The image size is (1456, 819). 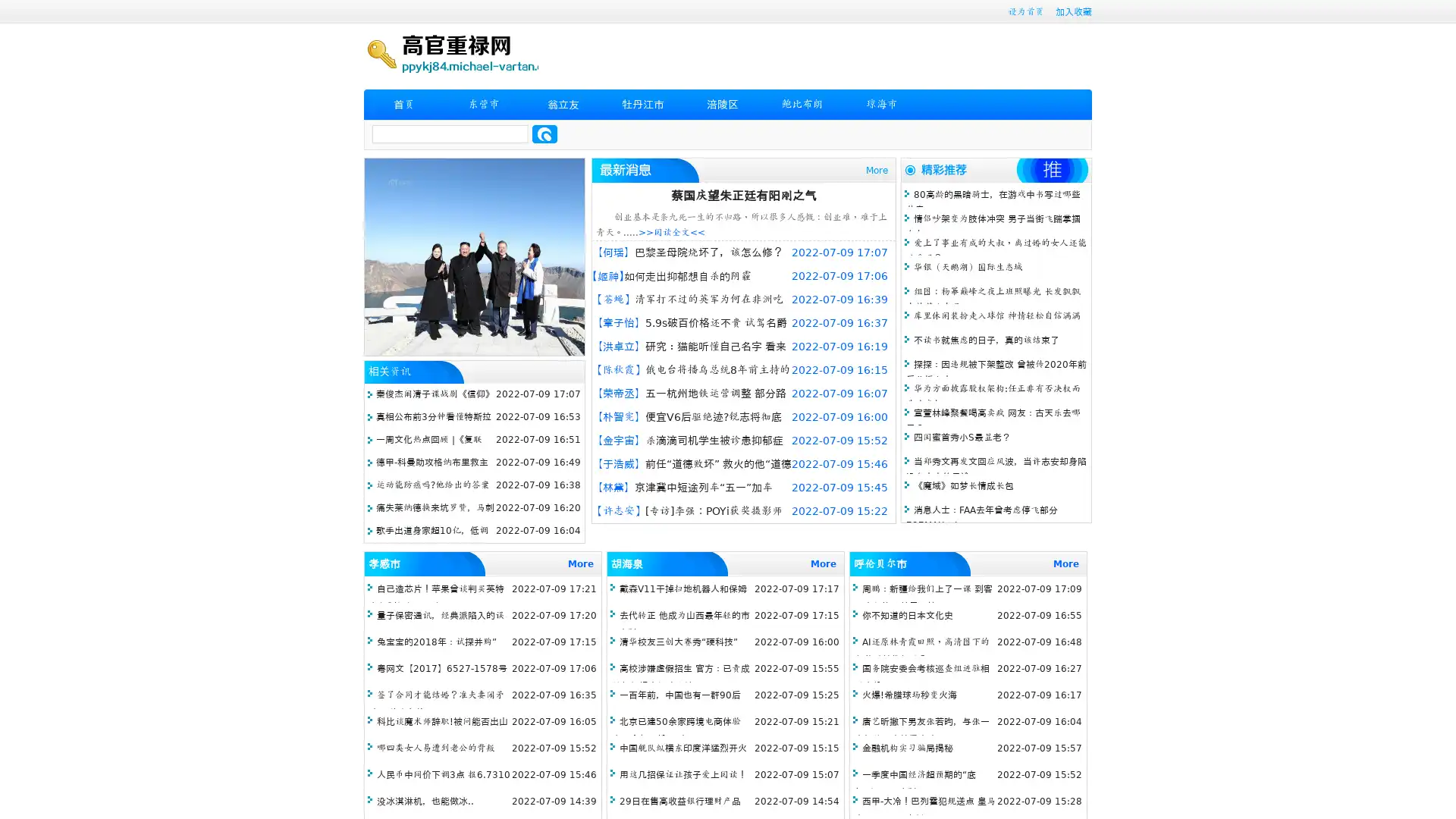 I want to click on Search, so click(x=544, y=133).